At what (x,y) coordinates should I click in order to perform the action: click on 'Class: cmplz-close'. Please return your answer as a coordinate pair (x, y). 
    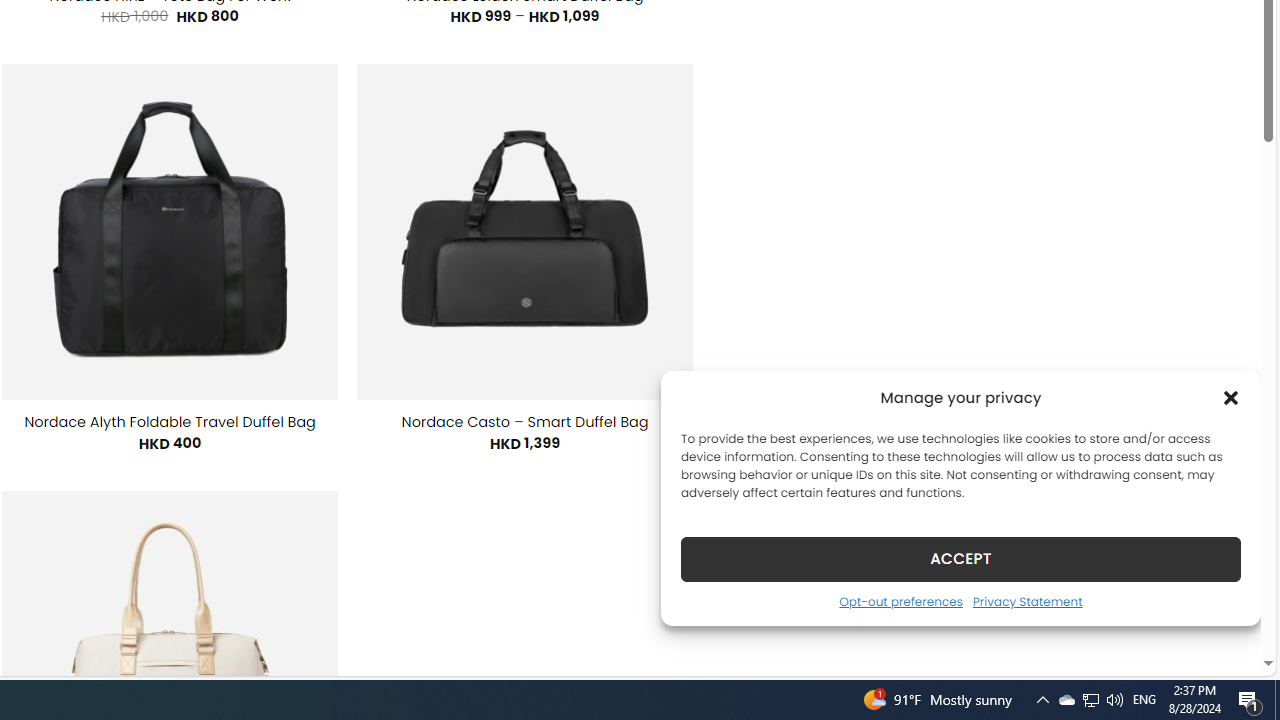
    Looking at the image, I should click on (1230, 397).